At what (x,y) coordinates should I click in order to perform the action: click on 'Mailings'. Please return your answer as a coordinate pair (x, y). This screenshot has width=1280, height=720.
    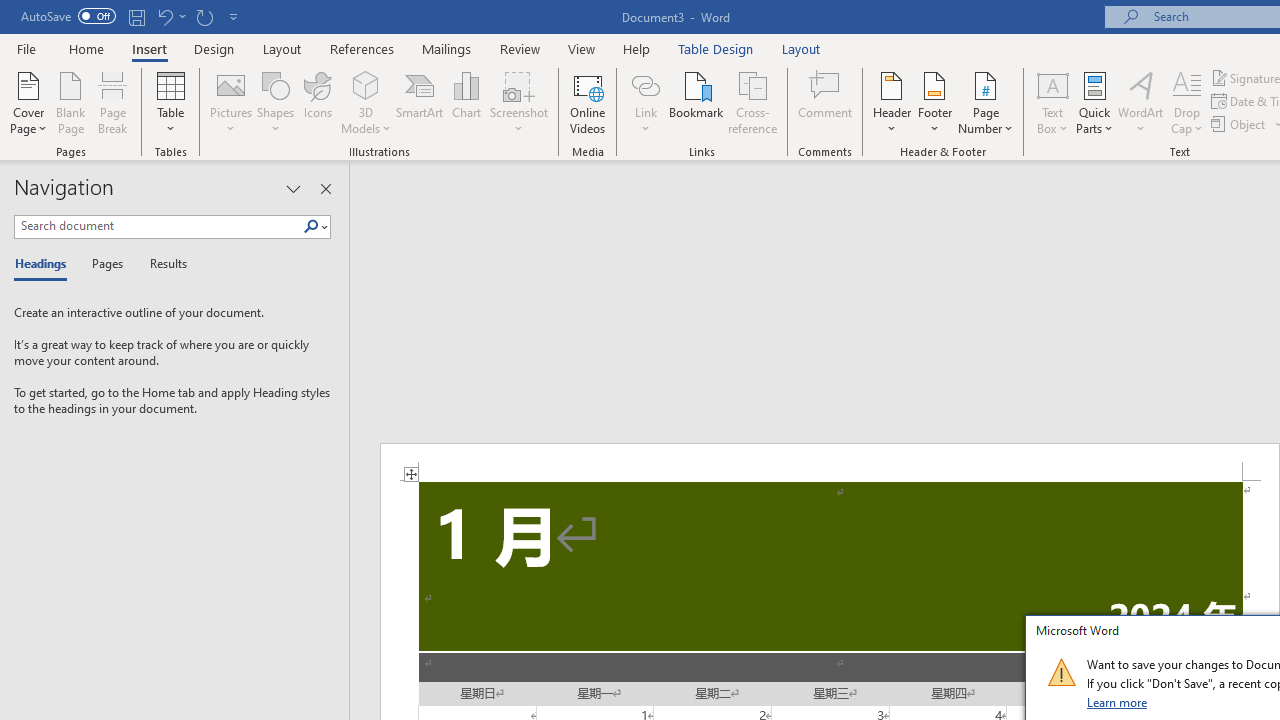
    Looking at the image, I should click on (446, 48).